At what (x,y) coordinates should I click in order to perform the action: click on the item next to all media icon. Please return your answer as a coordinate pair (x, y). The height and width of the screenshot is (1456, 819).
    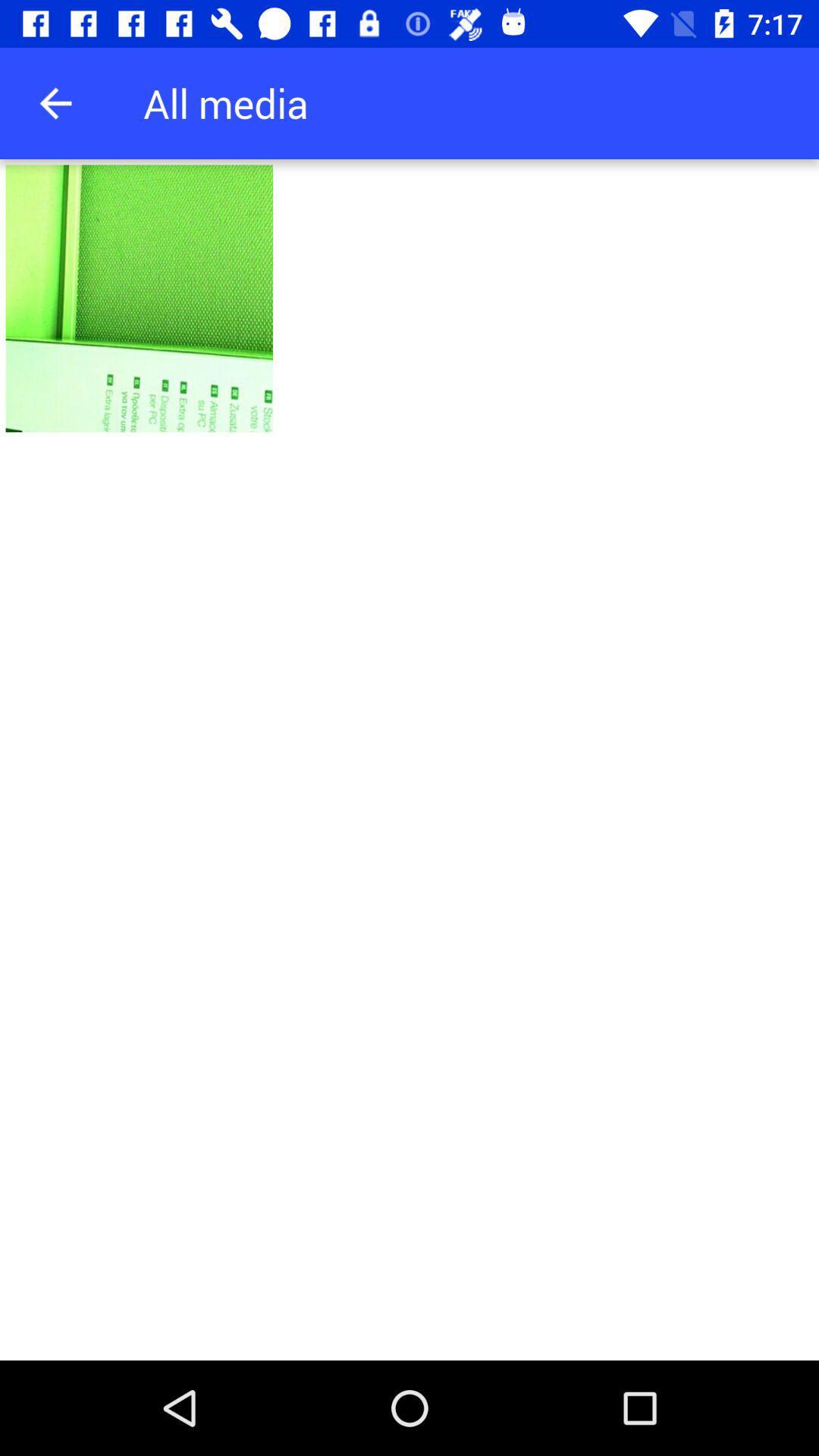
    Looking at the image, I should click on (55, 102).